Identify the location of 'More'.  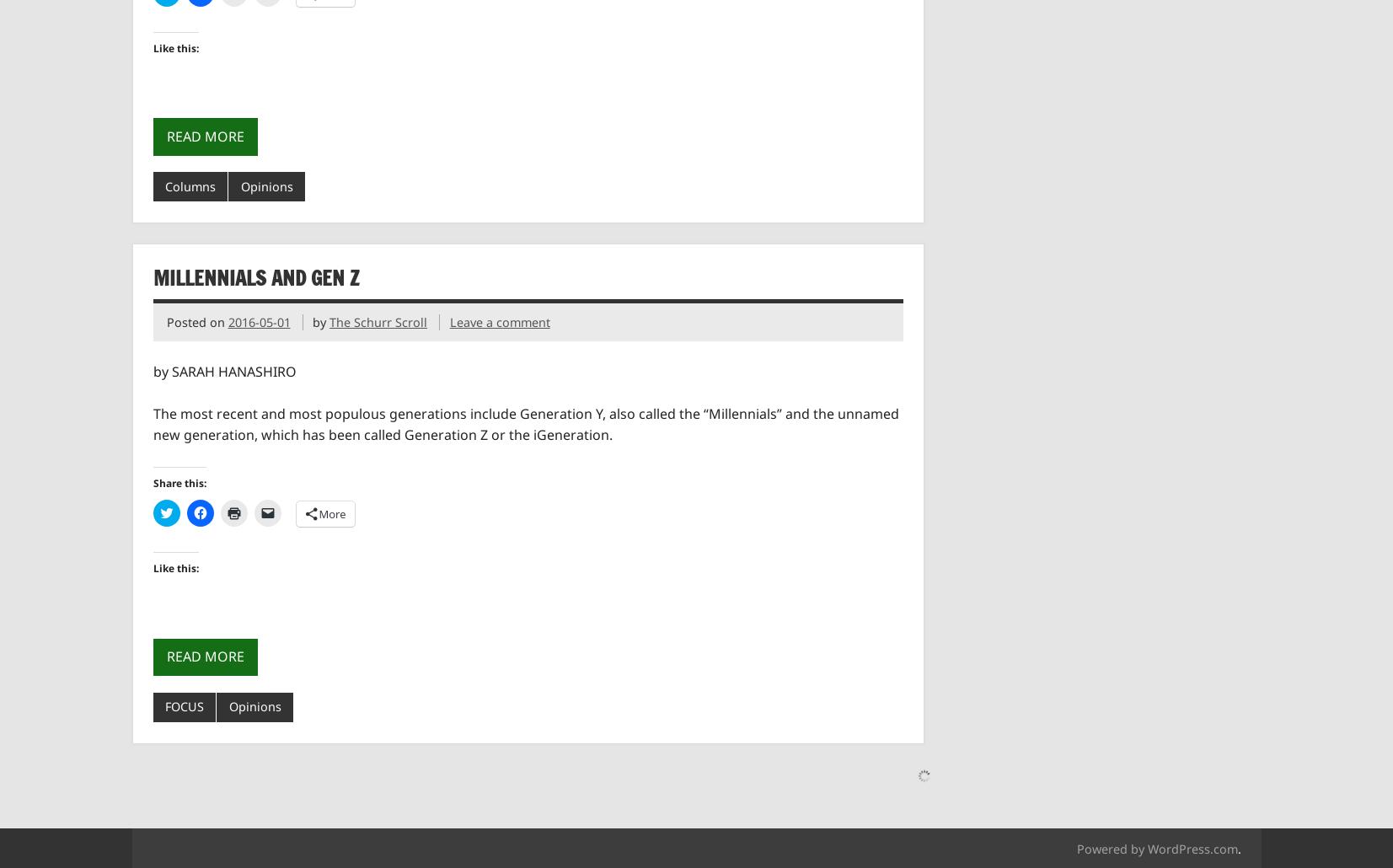
(331, 512).